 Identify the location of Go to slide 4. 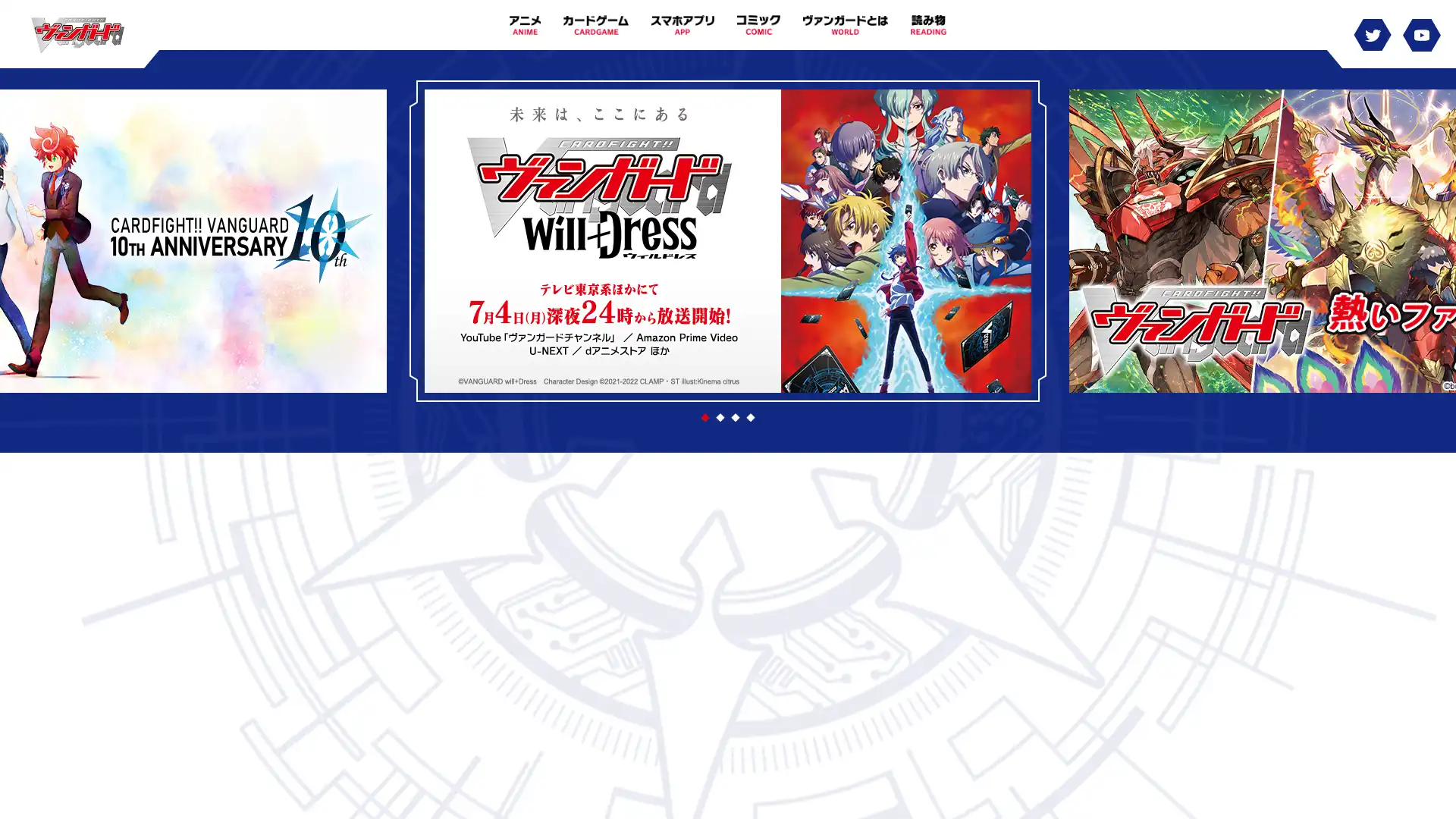
(750, 418).